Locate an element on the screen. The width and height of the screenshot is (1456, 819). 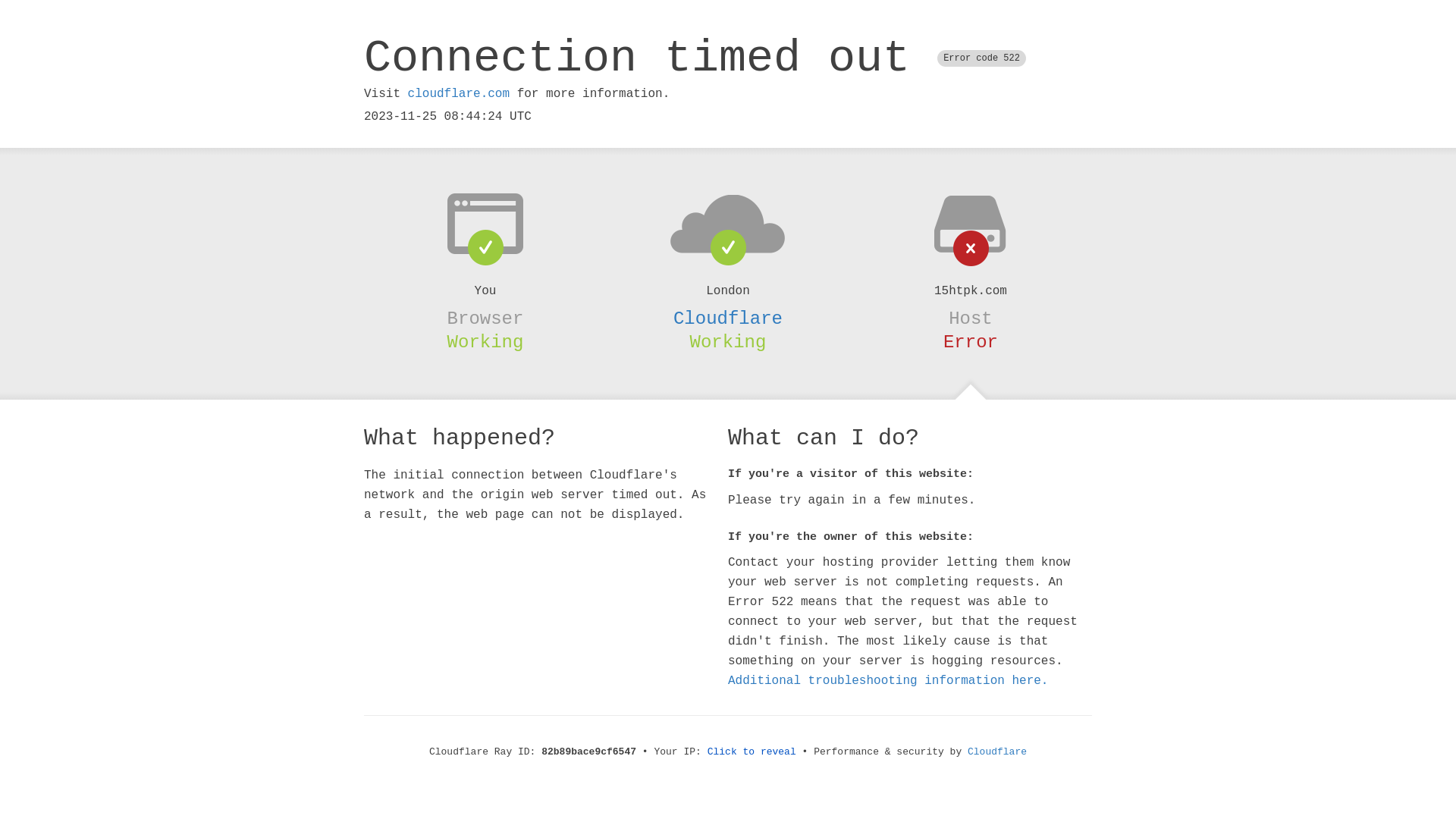
'Cloudflare' is located at coordinates (997, 752).